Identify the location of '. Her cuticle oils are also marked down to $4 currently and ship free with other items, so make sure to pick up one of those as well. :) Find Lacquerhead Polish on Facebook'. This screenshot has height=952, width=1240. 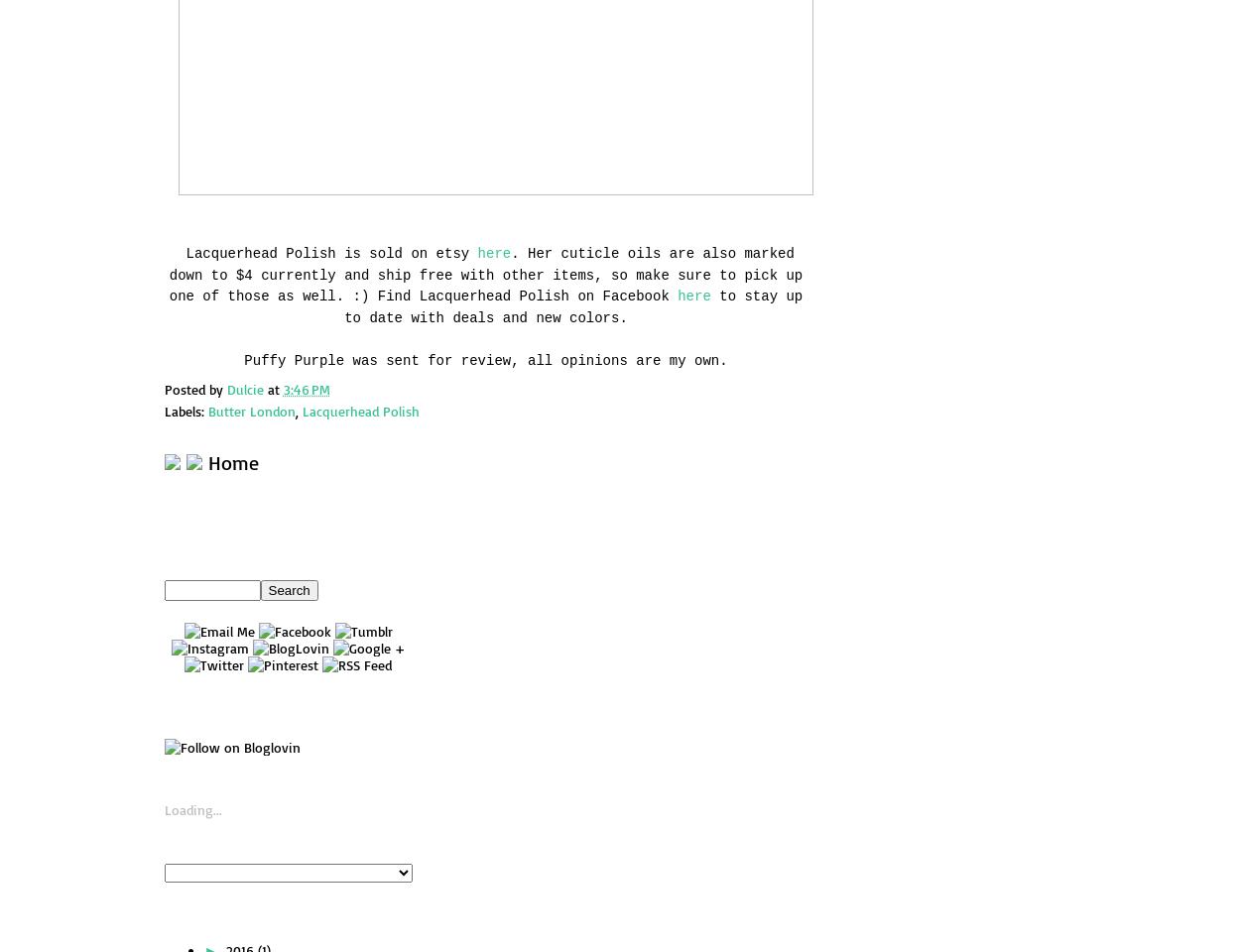
(484, 274).